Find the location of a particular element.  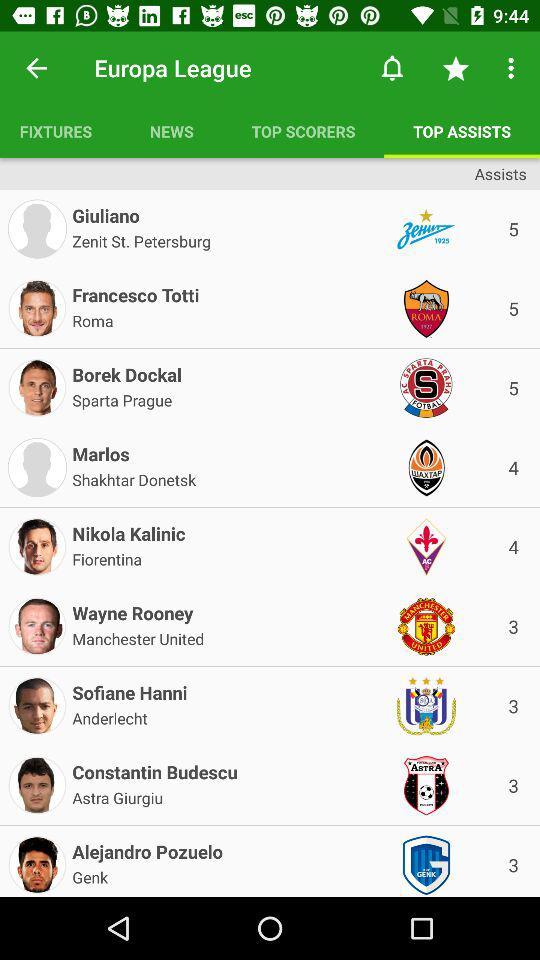

the icon above the fixtures icon is located at coordinates (36, 68).